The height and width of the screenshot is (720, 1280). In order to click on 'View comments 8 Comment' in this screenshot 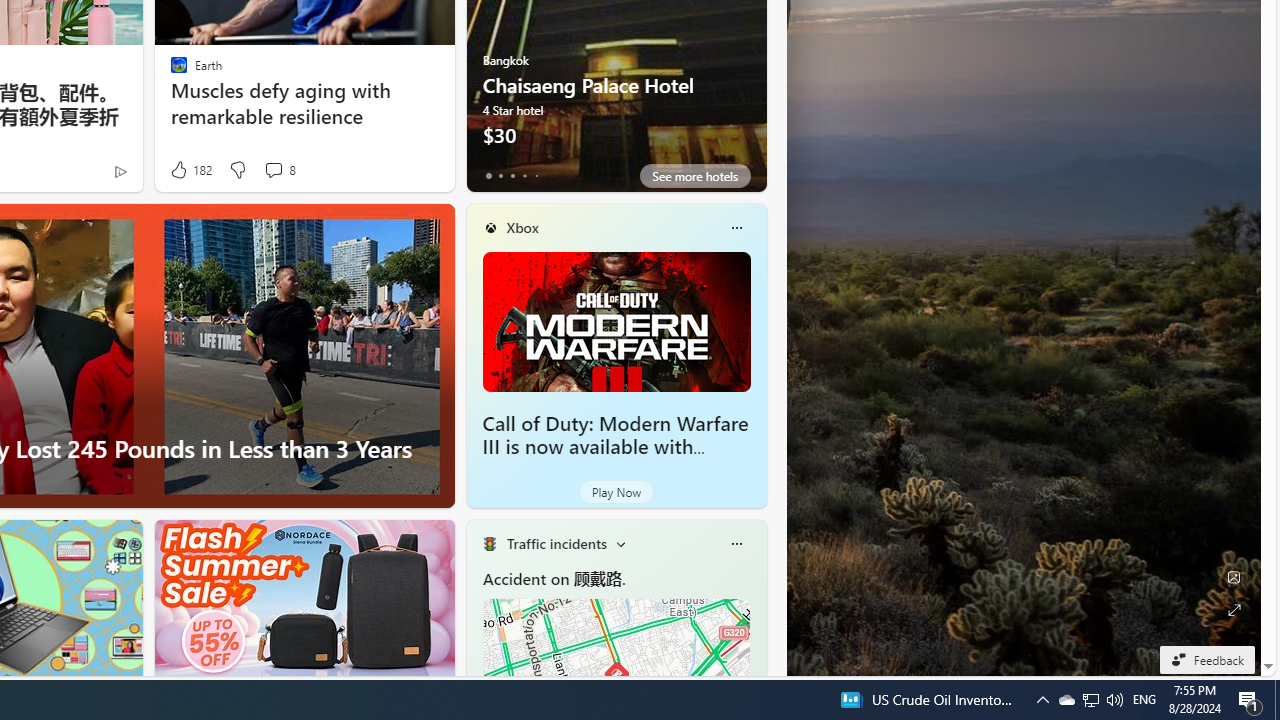, I will do `click(278, 169)`.